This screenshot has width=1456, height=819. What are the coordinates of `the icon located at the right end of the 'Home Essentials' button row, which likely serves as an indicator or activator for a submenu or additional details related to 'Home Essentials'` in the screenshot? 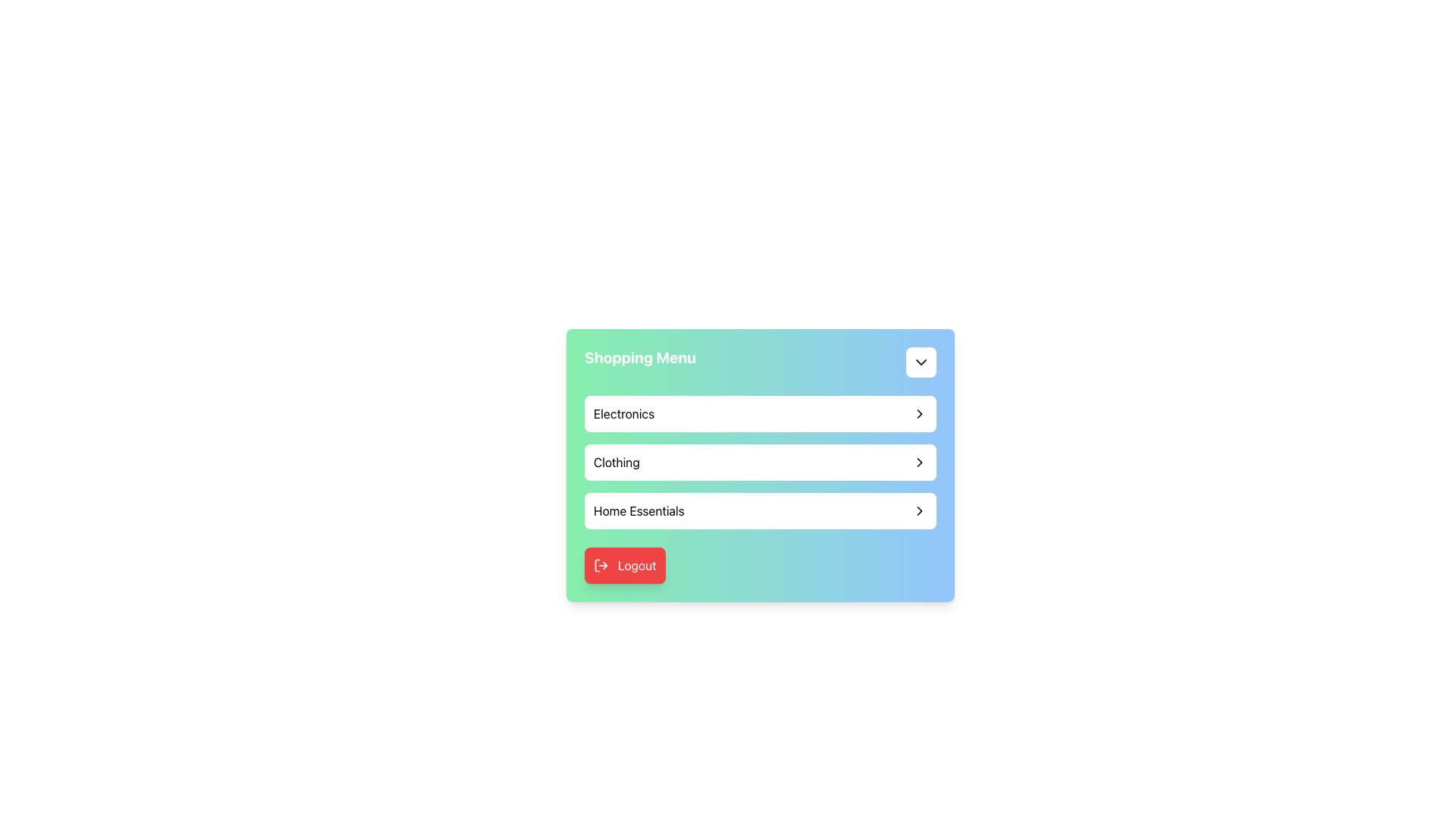 It's located at (919, 511).